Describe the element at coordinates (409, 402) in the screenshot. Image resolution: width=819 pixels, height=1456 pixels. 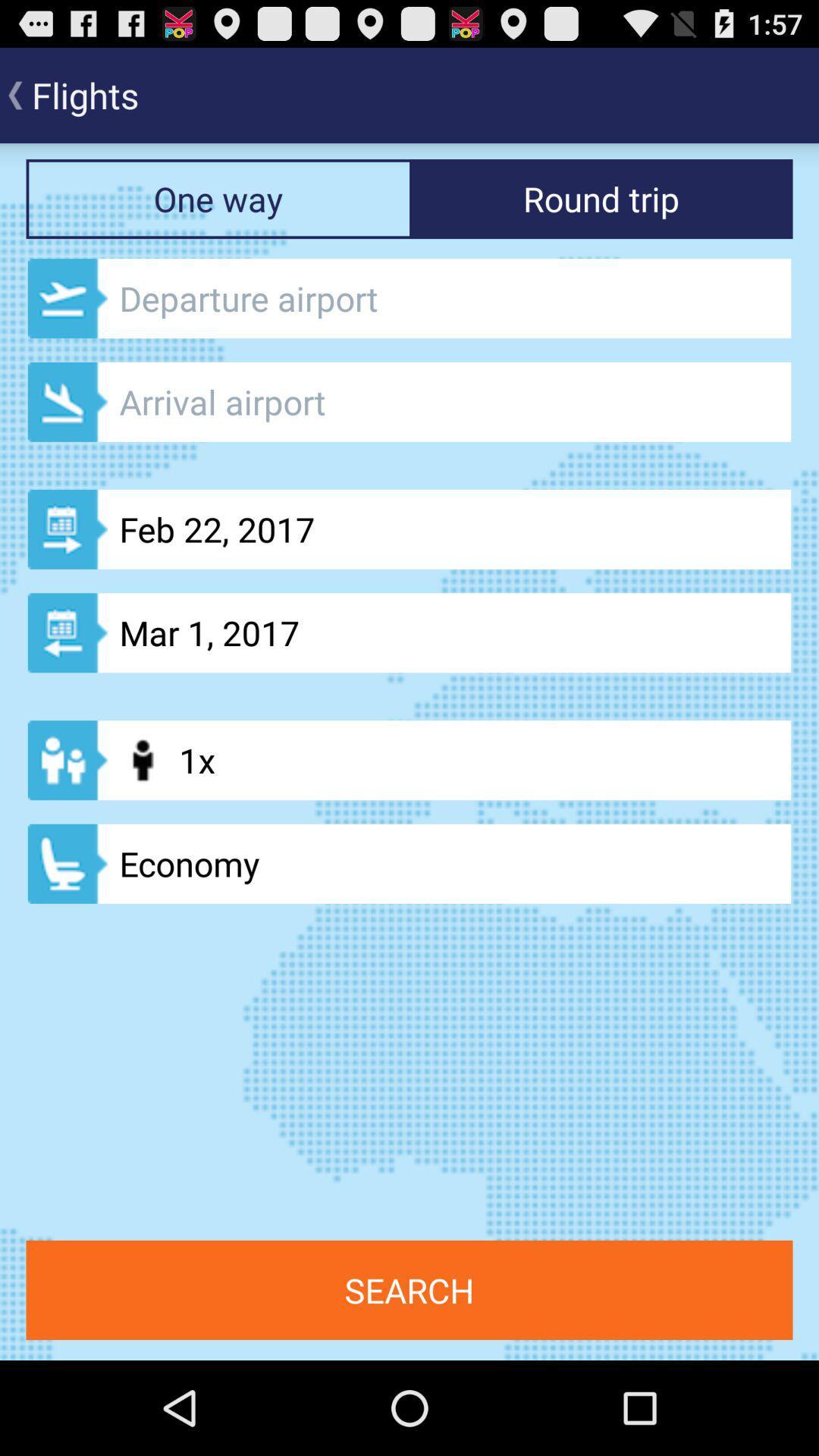
I see `arrival airport` at that location.